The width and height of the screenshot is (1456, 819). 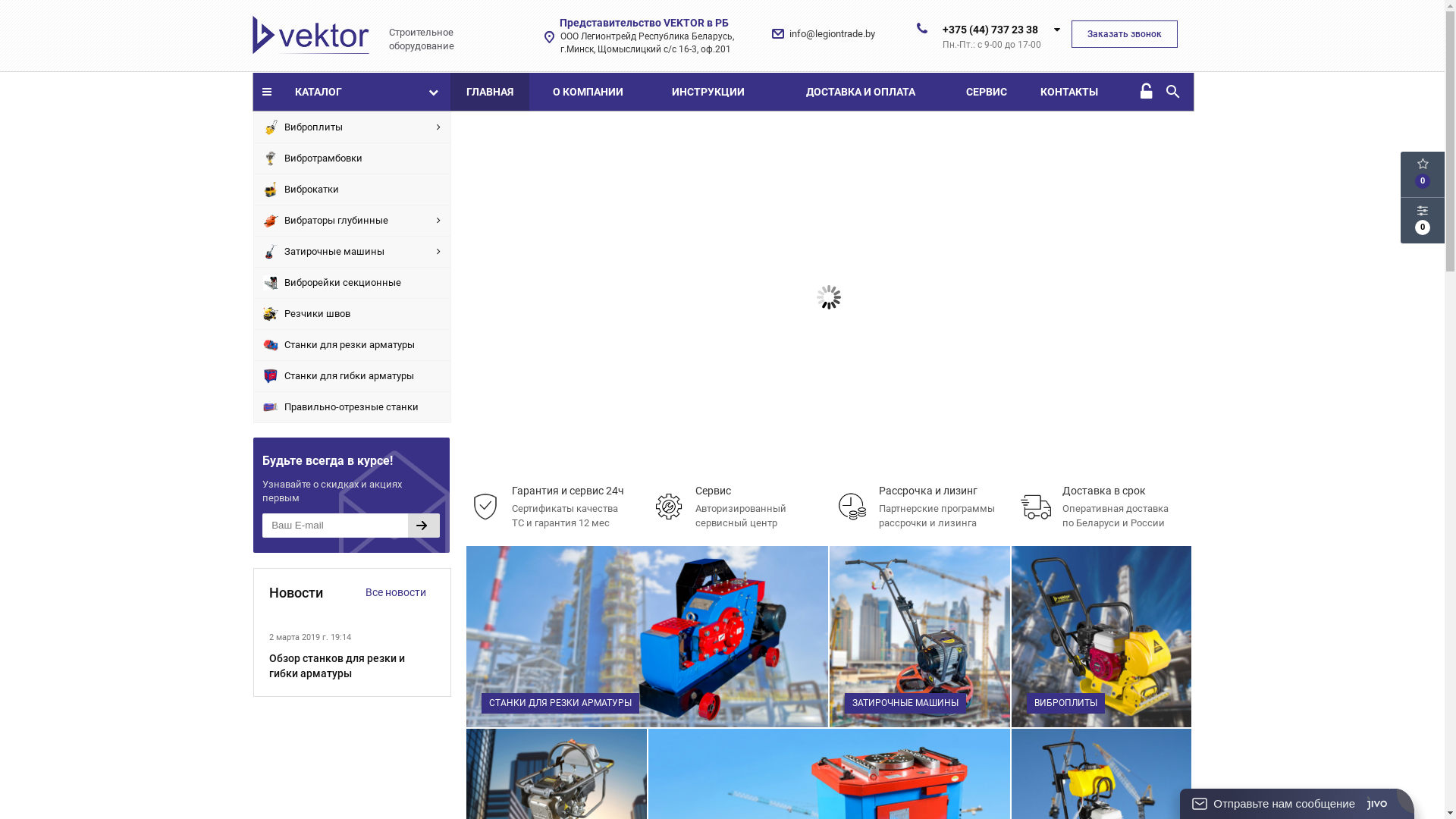 I want to click on 'info@legiontrade.by', so click(x=831, y=33).